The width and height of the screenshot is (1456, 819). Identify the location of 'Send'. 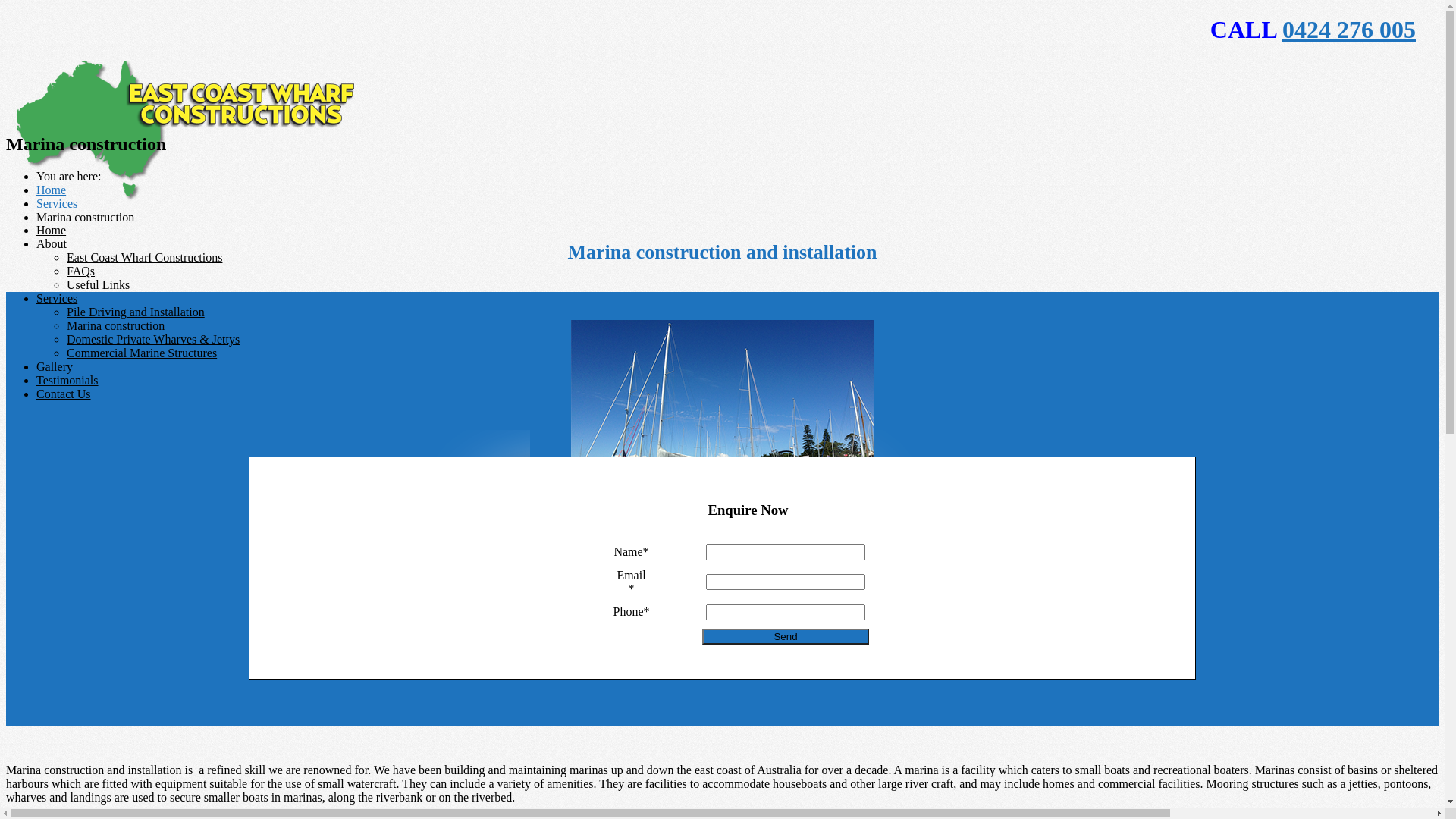
(701, 636).